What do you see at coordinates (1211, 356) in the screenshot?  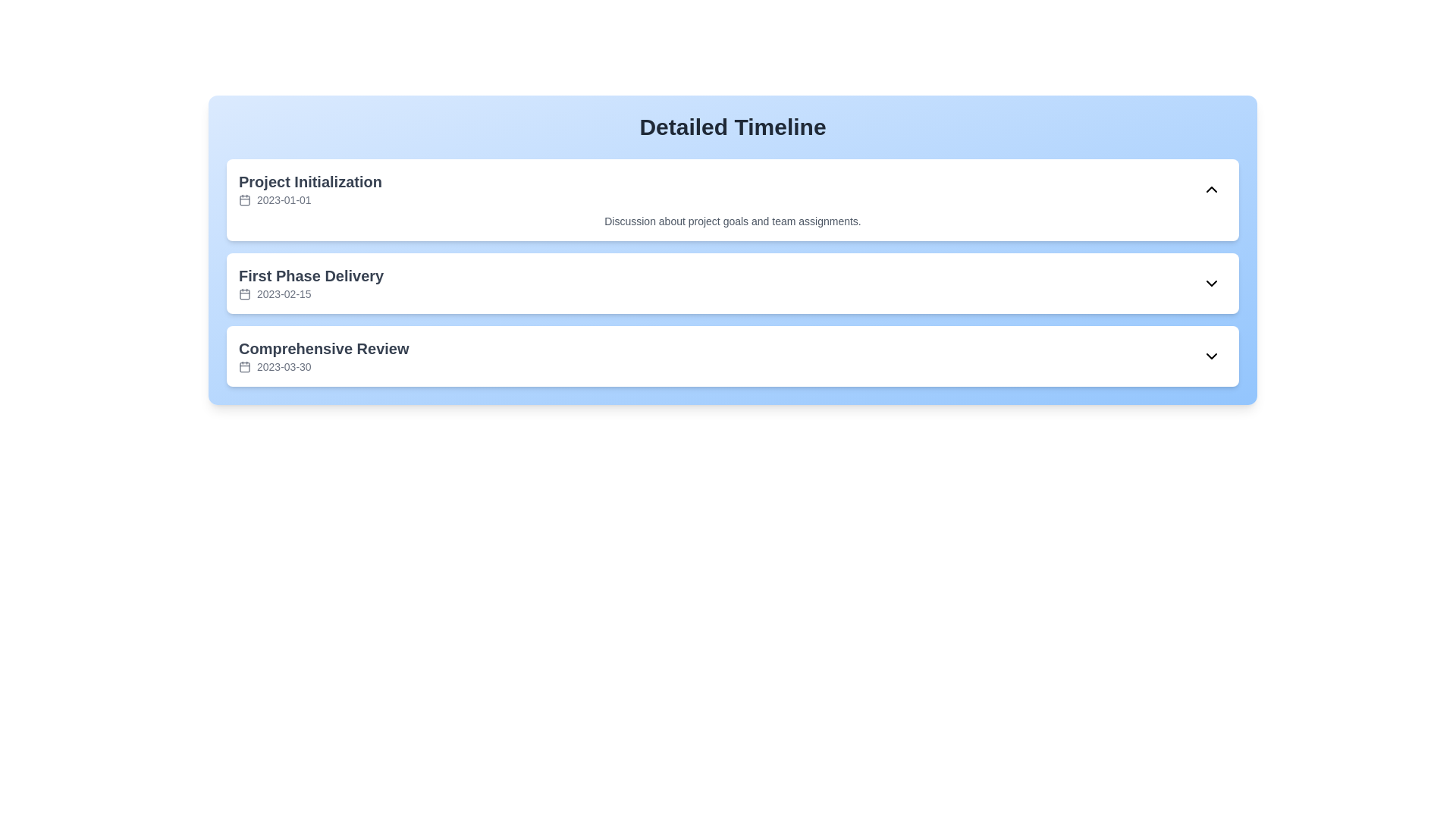 I see `the toggle button with a chevron icon for the 'Comprehensive Review' entry in the timeline` at bounding box center [1211, 356].